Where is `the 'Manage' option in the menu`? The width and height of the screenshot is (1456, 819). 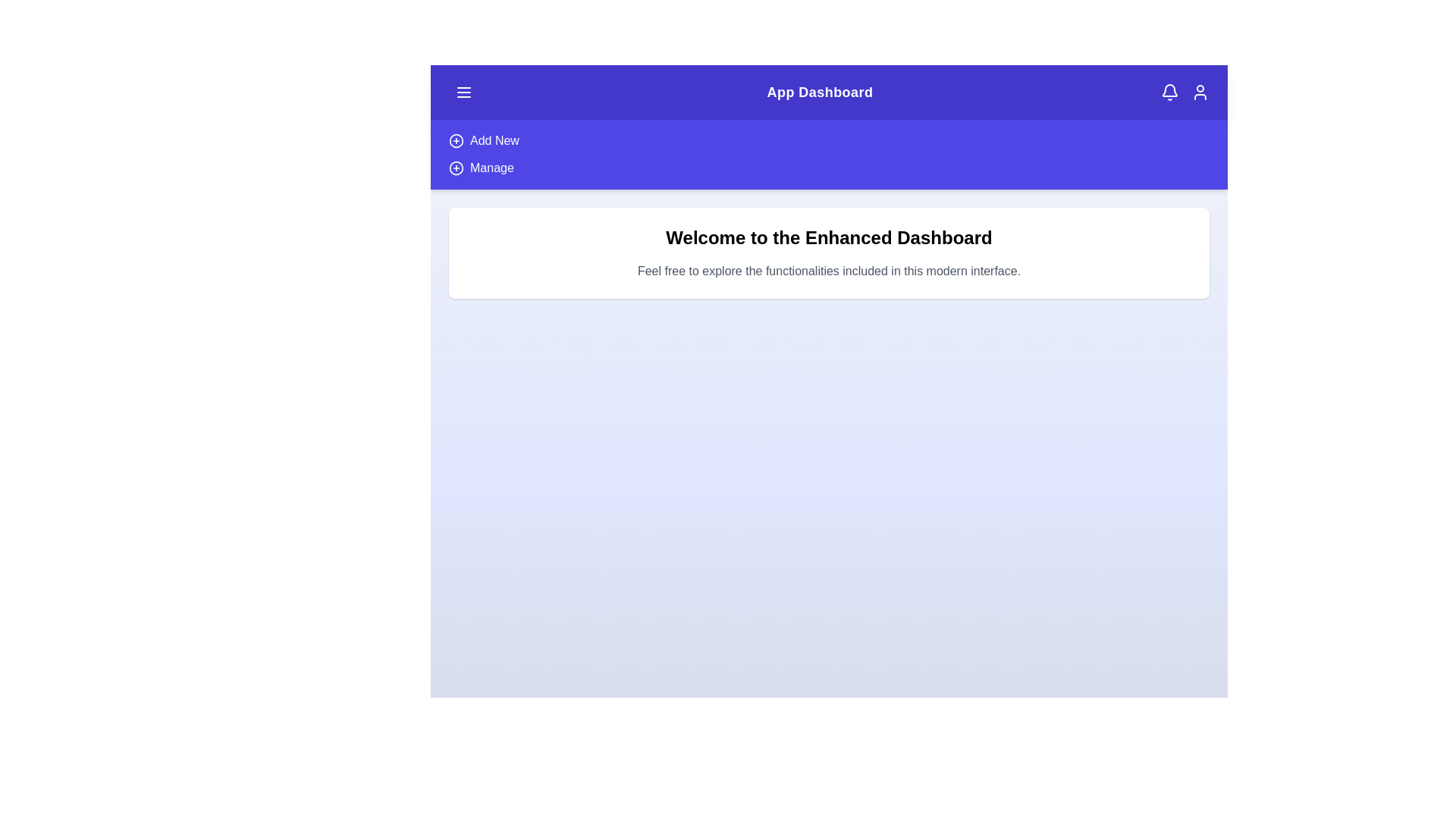 the 'Manage' option in the menu is located at coordinates (491, 168).